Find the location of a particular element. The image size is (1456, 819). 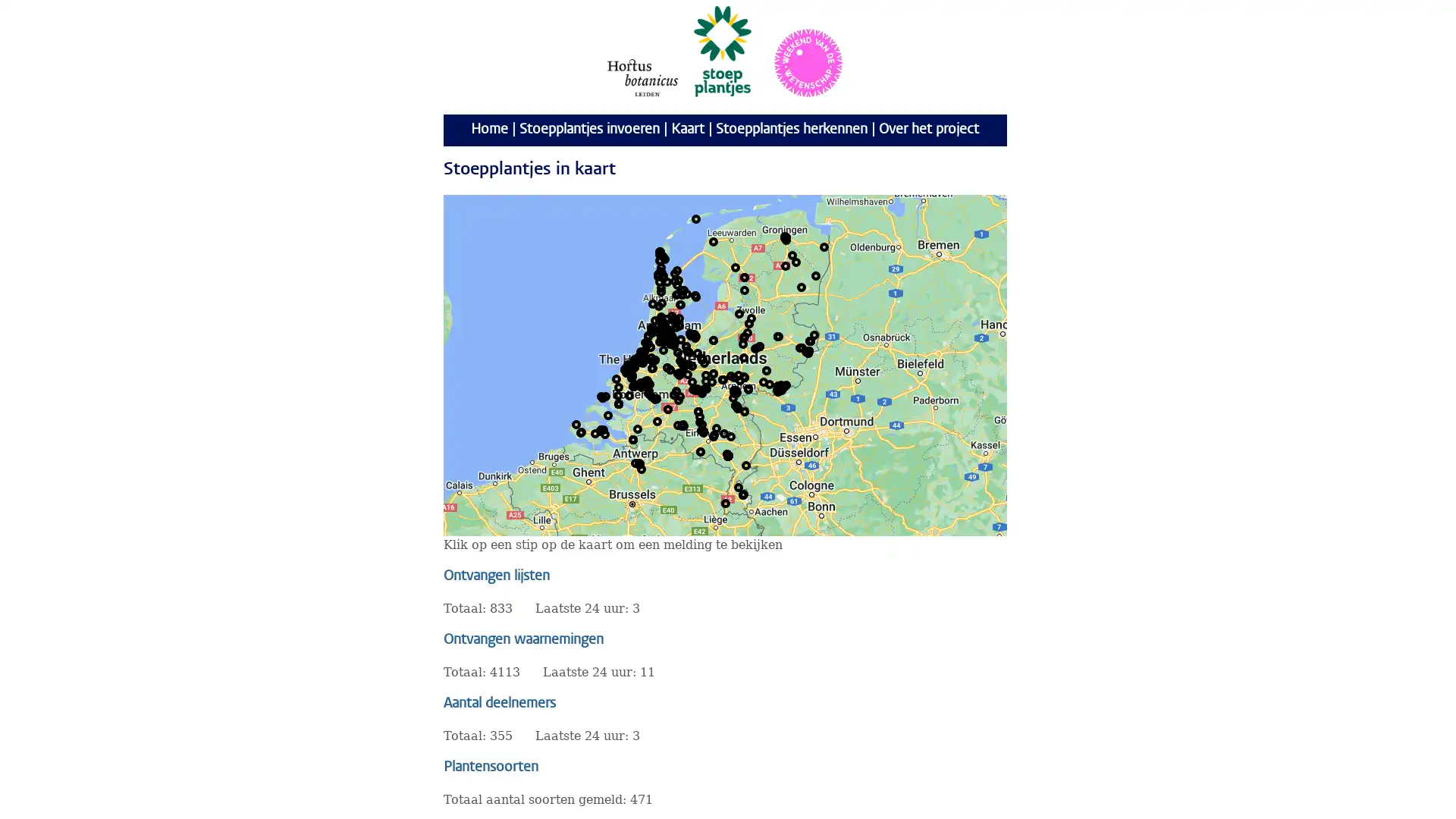

Telling van Julia v. B. op 21 april 2022 is located at coordinates (669, 333).